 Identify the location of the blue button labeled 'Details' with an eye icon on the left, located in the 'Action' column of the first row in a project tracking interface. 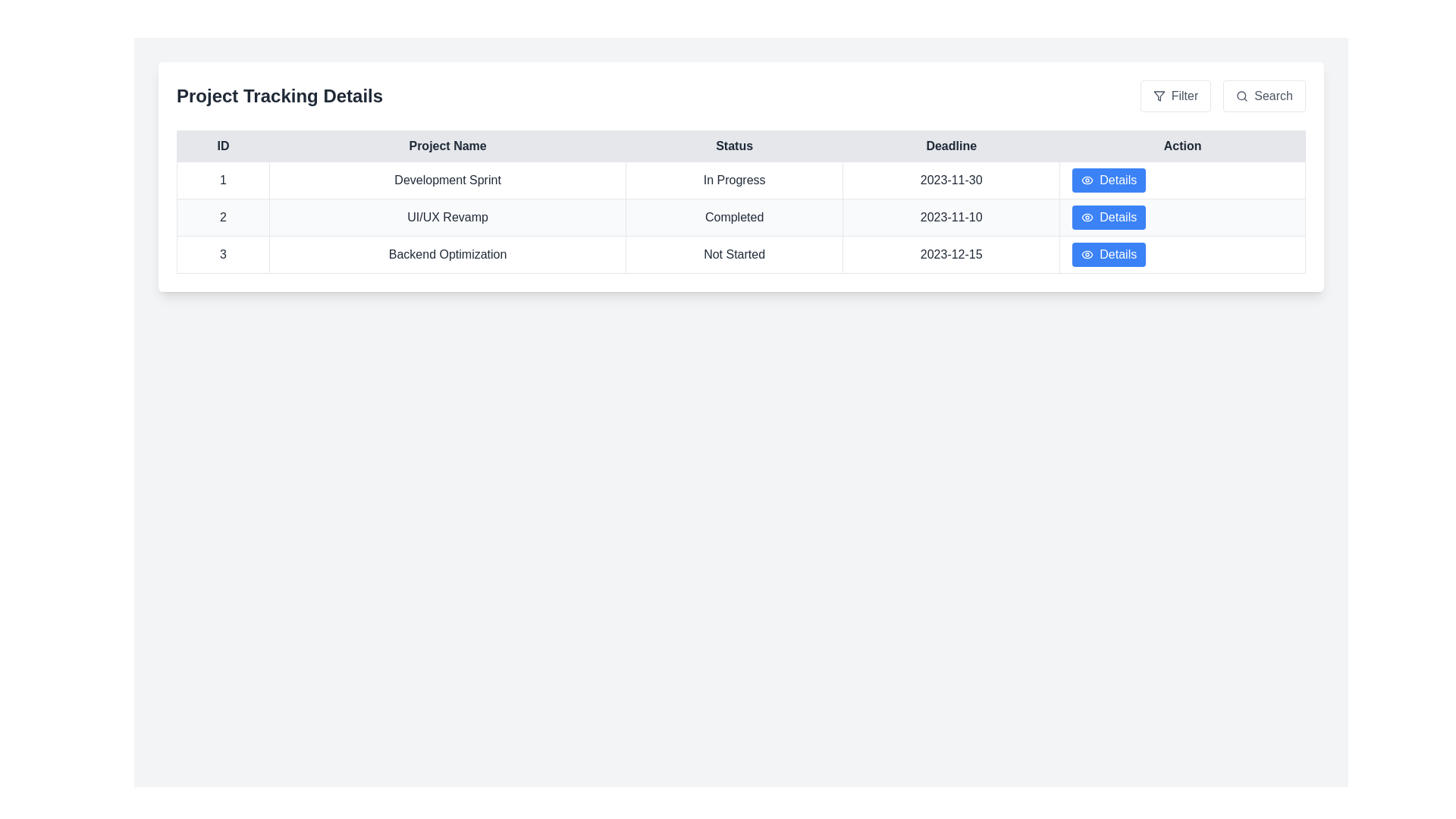
(1109, 180).